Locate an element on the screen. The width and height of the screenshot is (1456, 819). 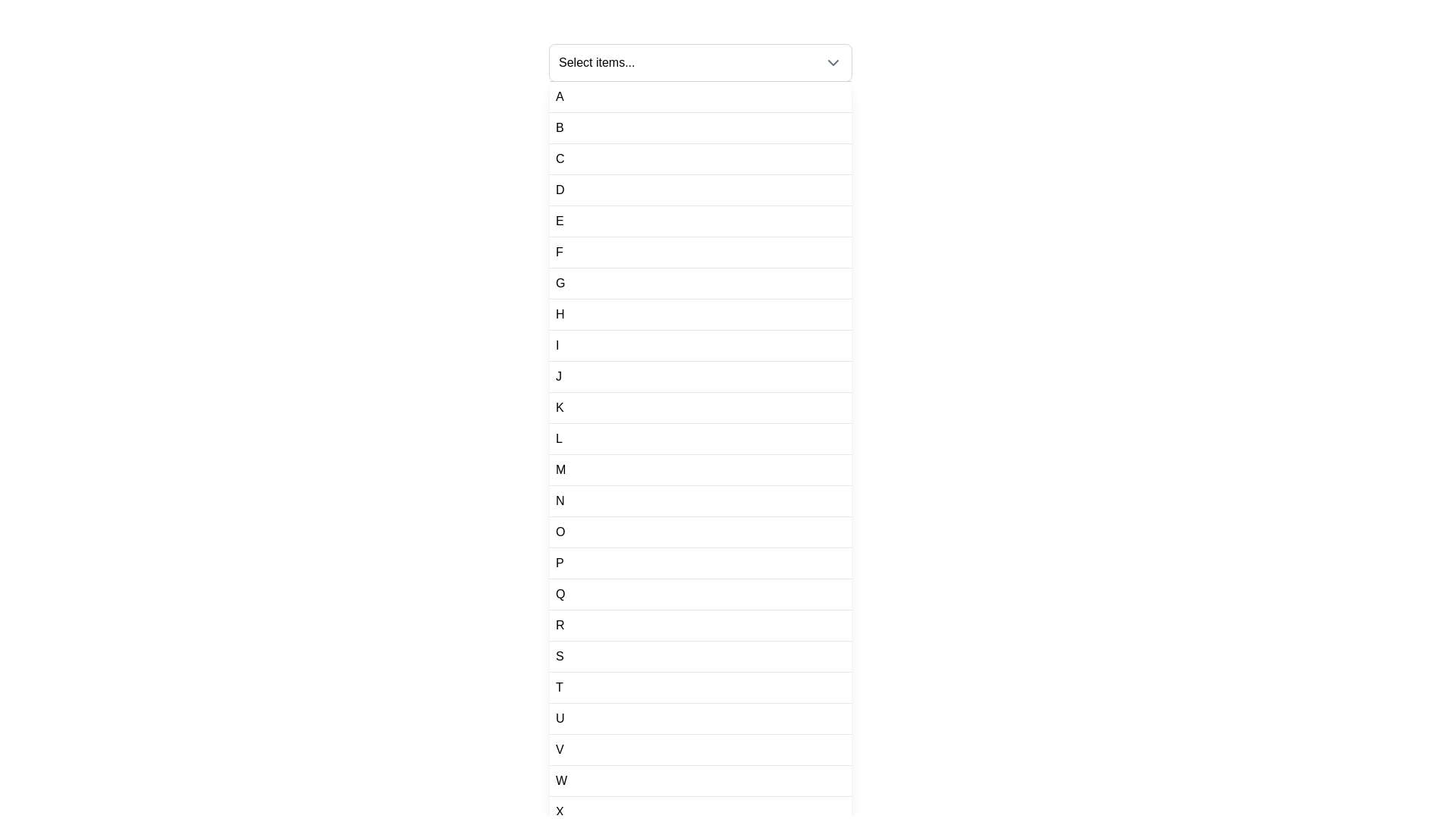
the list item displaying the character 'E' is located at coordinates (700, 221).